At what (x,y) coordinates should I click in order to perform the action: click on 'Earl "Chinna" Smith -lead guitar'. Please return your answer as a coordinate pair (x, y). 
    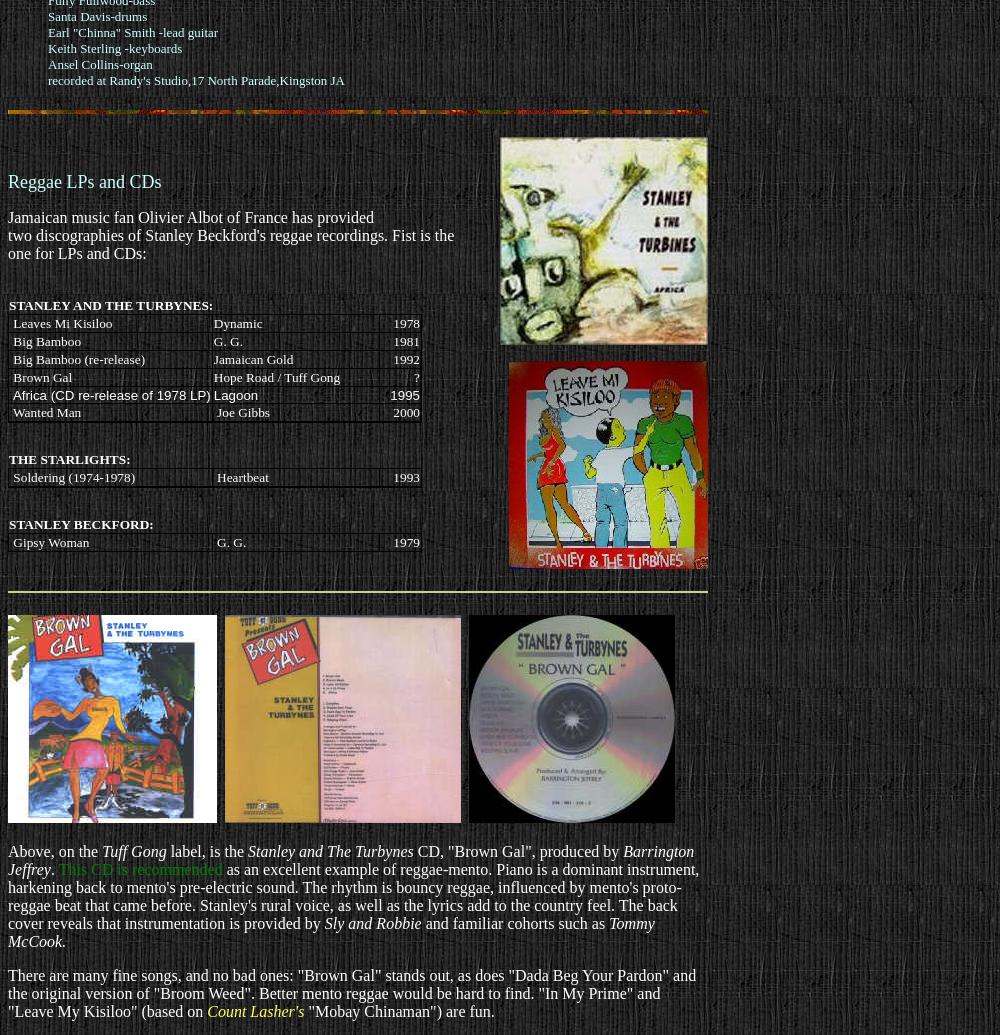
    Looking at the image, I should click on (133, 32).